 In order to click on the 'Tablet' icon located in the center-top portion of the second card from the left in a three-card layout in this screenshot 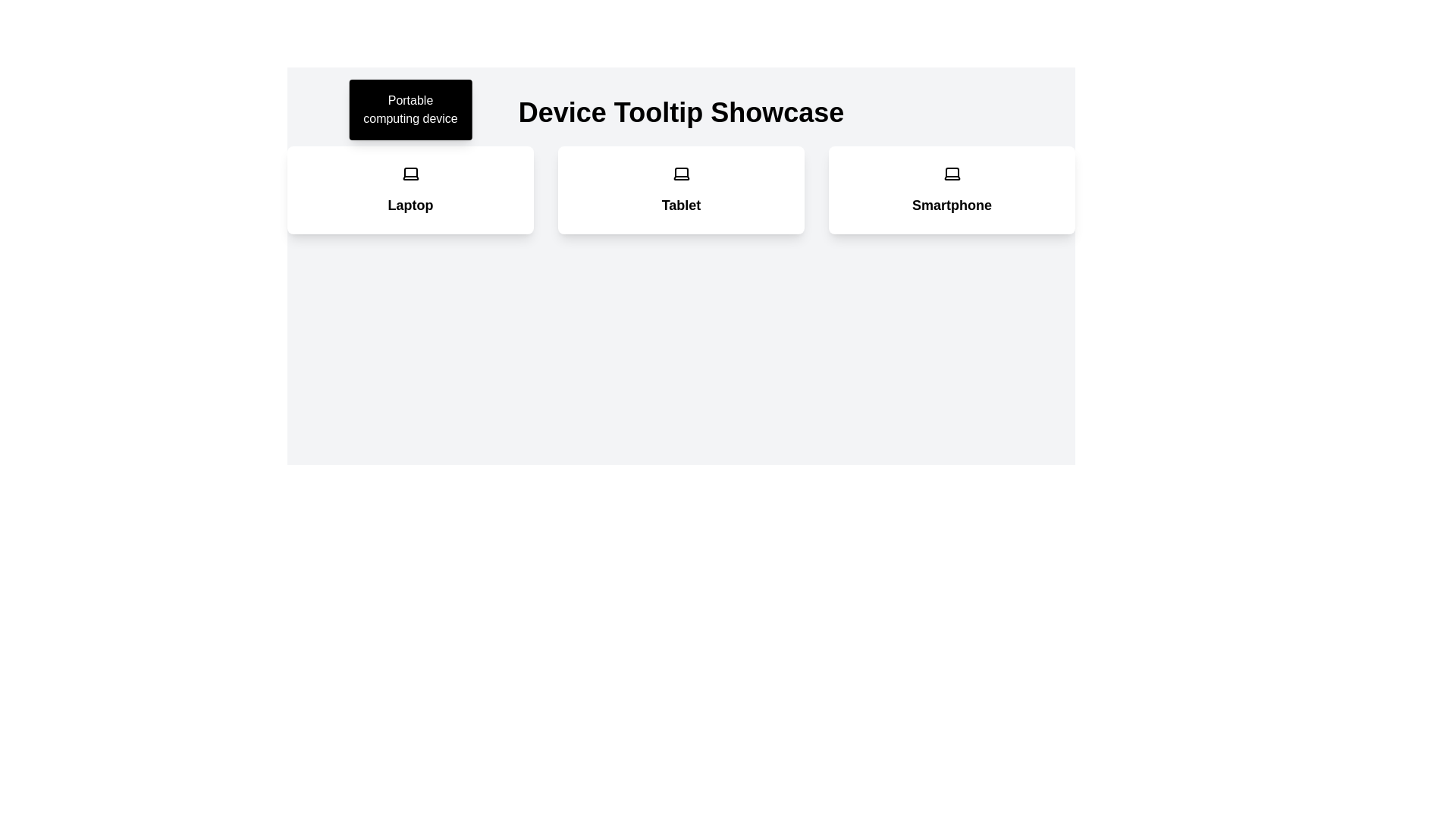, I will do `click(680, 172)`.